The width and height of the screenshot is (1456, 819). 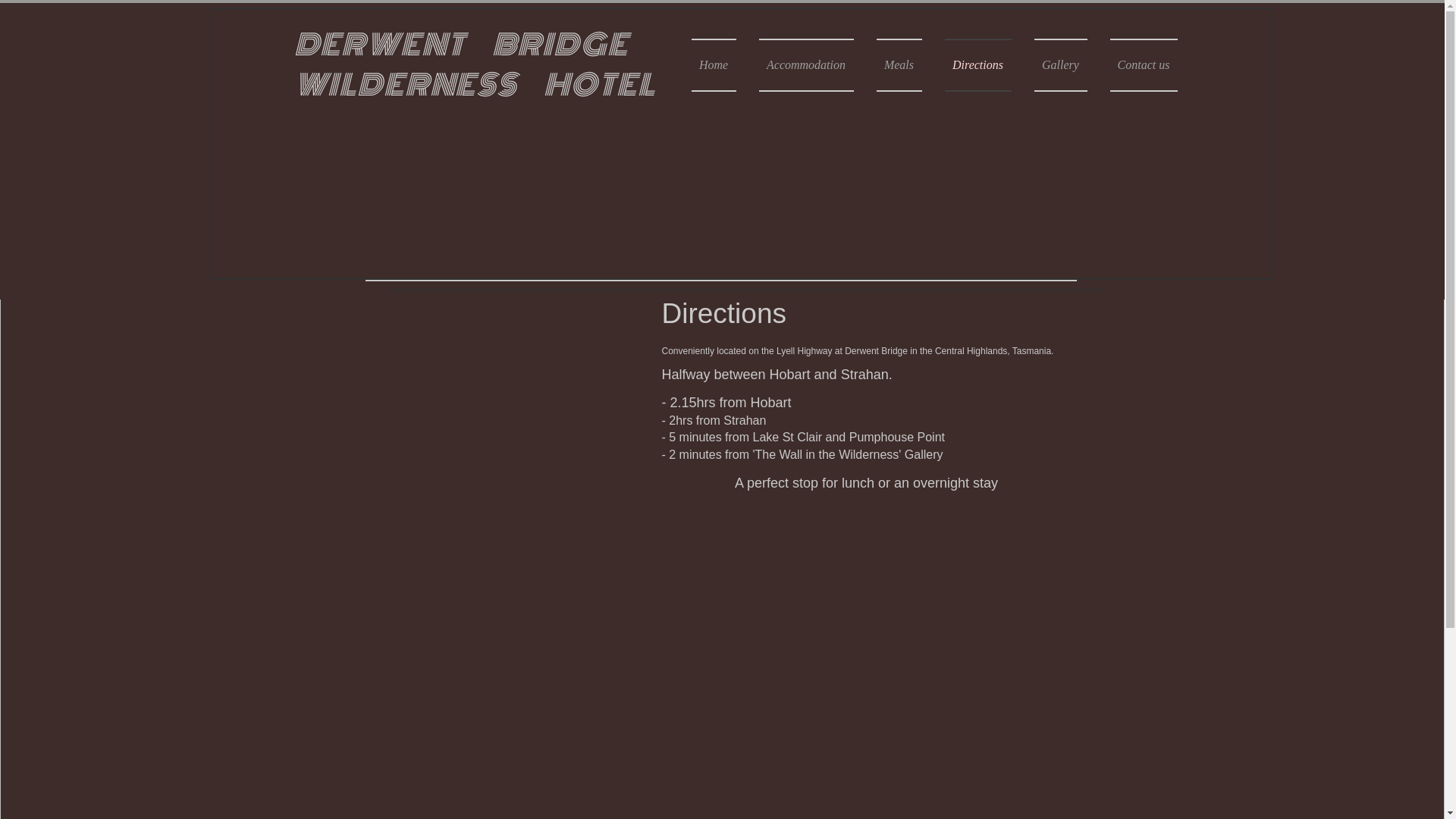 What do you see at coordinates (506, 430) in the screenshot?
I see `'Google Maps'` at bounding box center [506, 430].